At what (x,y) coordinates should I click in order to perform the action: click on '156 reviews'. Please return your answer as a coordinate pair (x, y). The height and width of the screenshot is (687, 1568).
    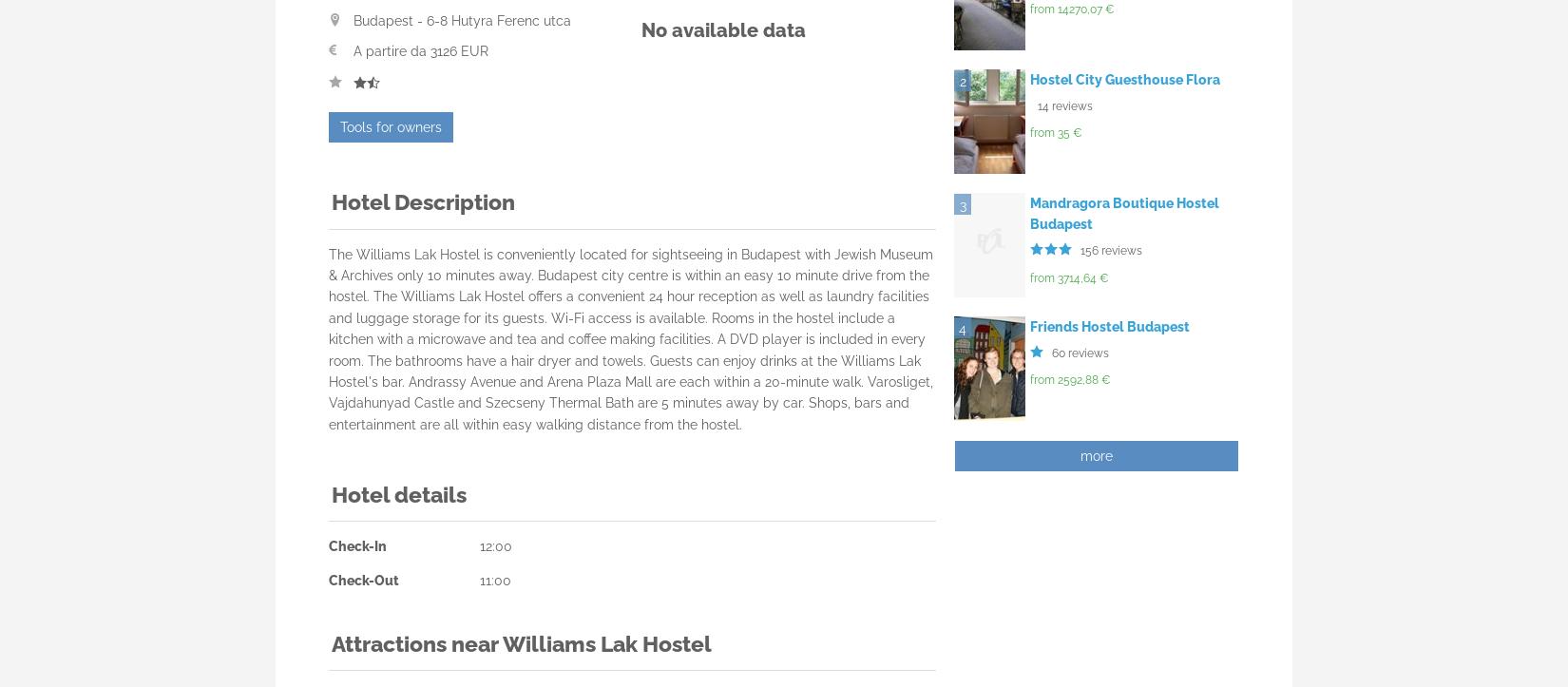
    Looking at the image, I should click on (1111, 249).